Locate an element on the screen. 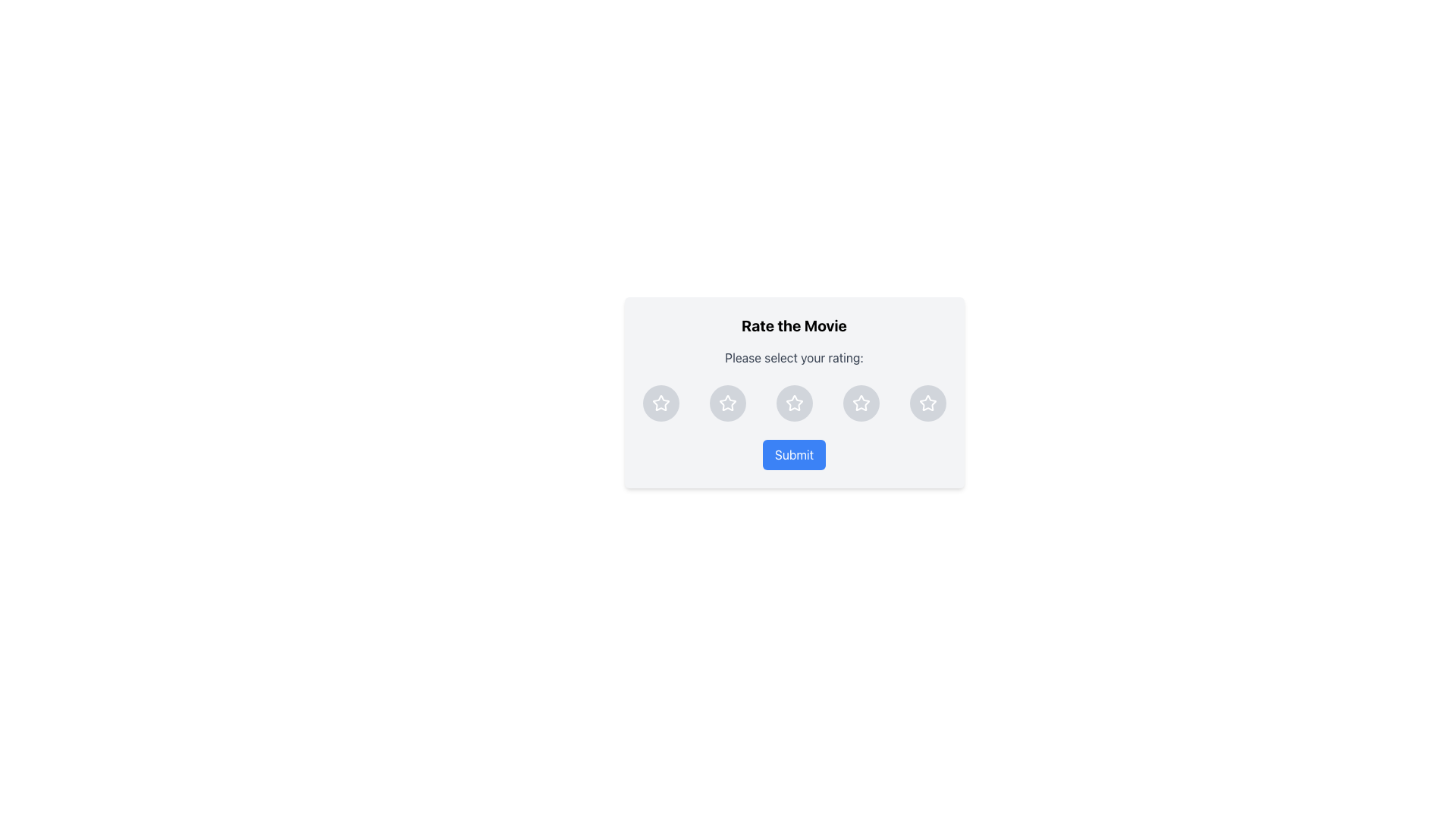  the star rating icons within the rectangular panel with a light gray background to confirm the selection is located at coordinates (793, 391).